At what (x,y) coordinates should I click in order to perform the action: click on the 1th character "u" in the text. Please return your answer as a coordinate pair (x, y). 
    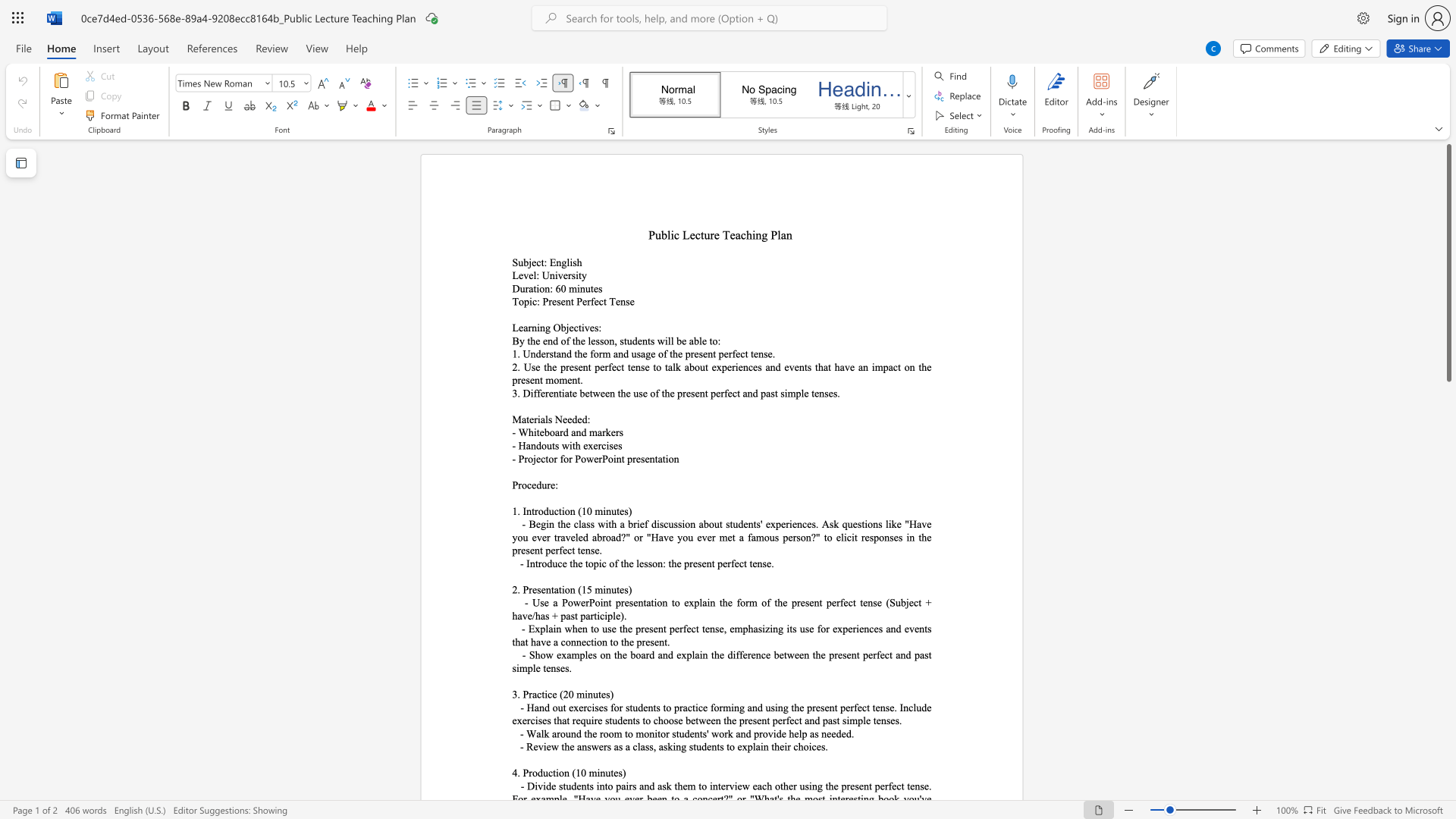
    Looking at the image, I should click on (604, 629).